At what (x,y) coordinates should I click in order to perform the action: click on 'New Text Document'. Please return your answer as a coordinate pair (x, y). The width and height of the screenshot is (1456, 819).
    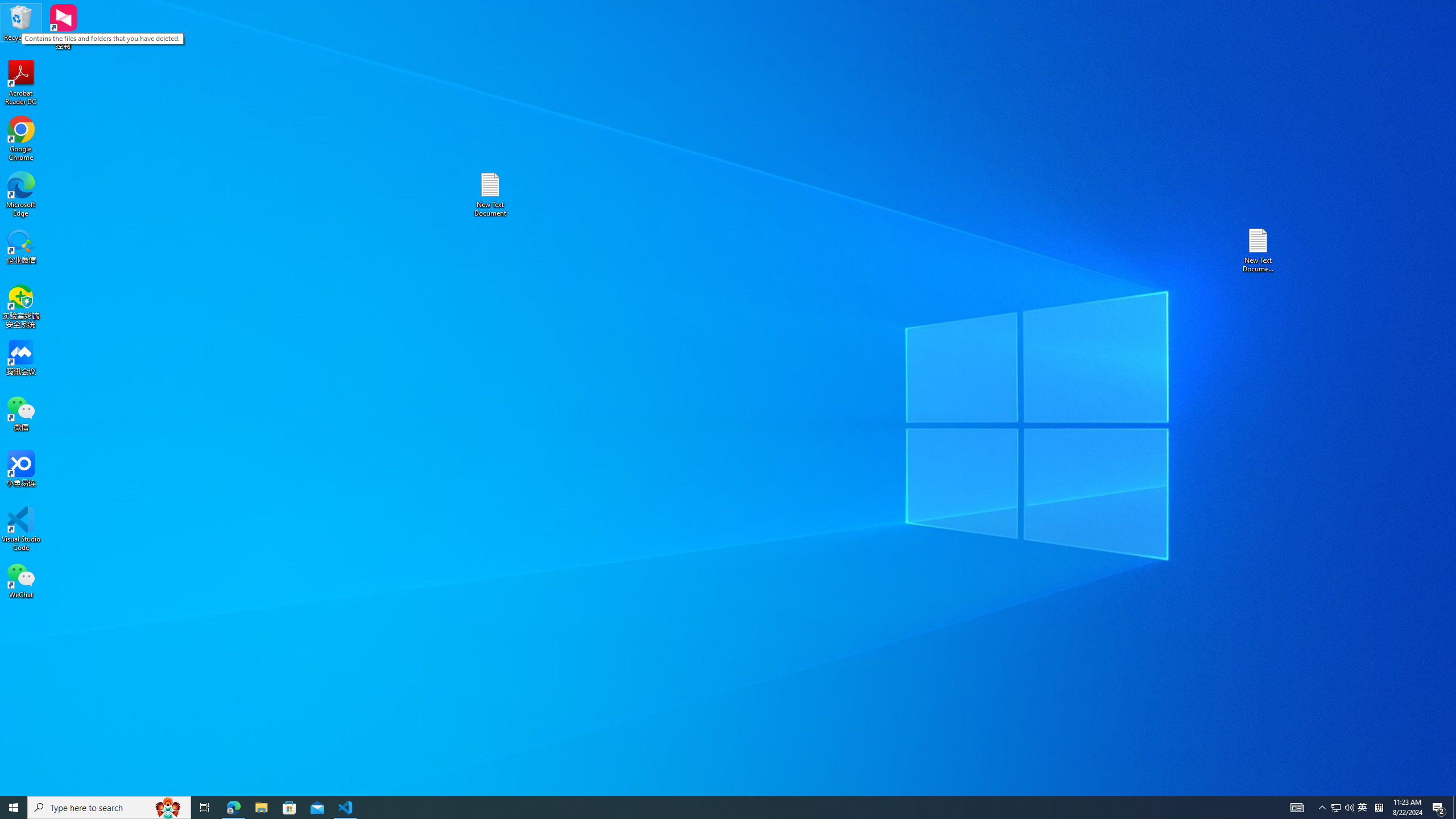
    Looking at the image, I should click on (489, 194).